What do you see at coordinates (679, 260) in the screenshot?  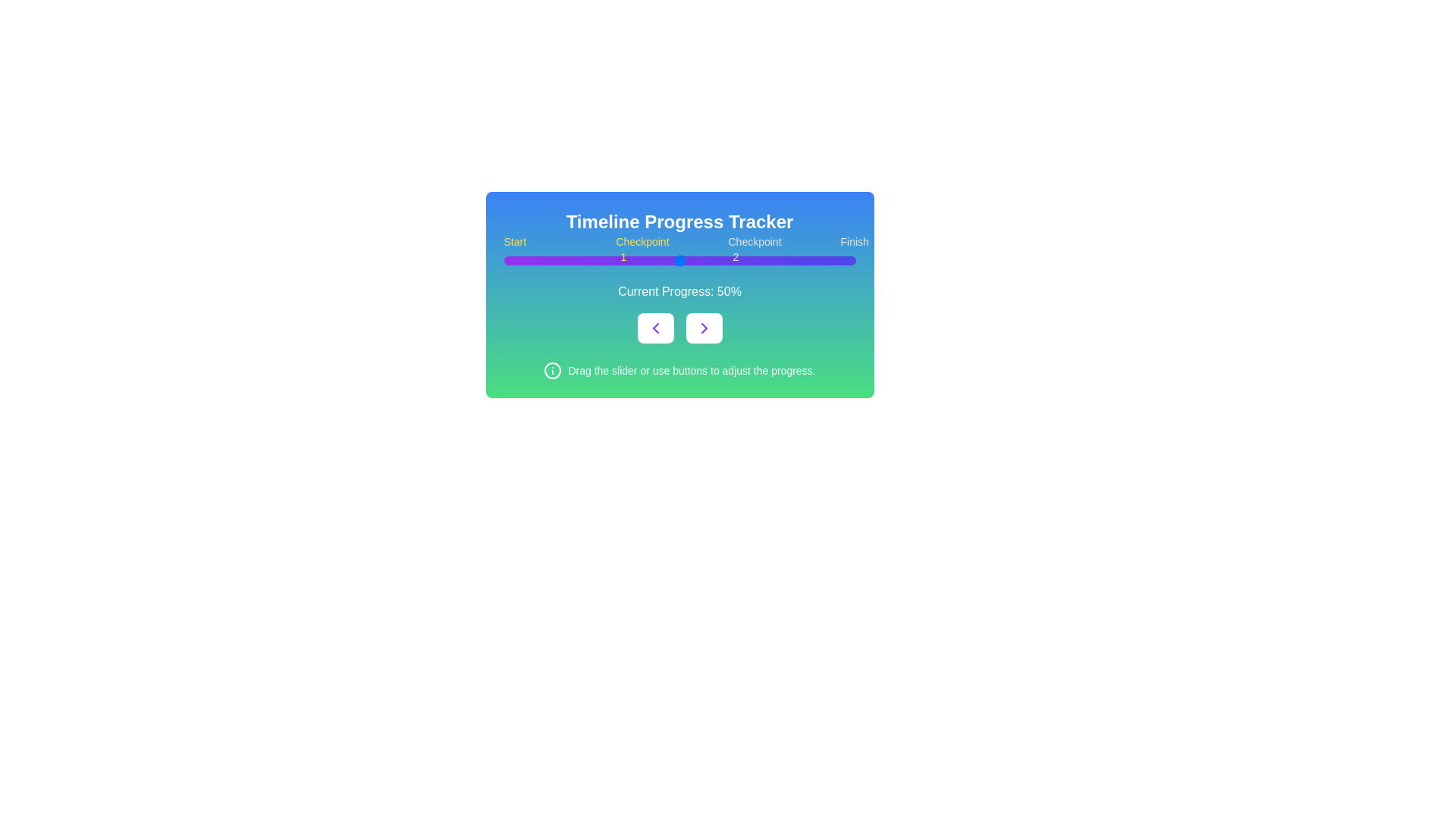 I see `the progress bar, which is a horizontal gradient track transitioning from purple` at bounding box center [679, 260].